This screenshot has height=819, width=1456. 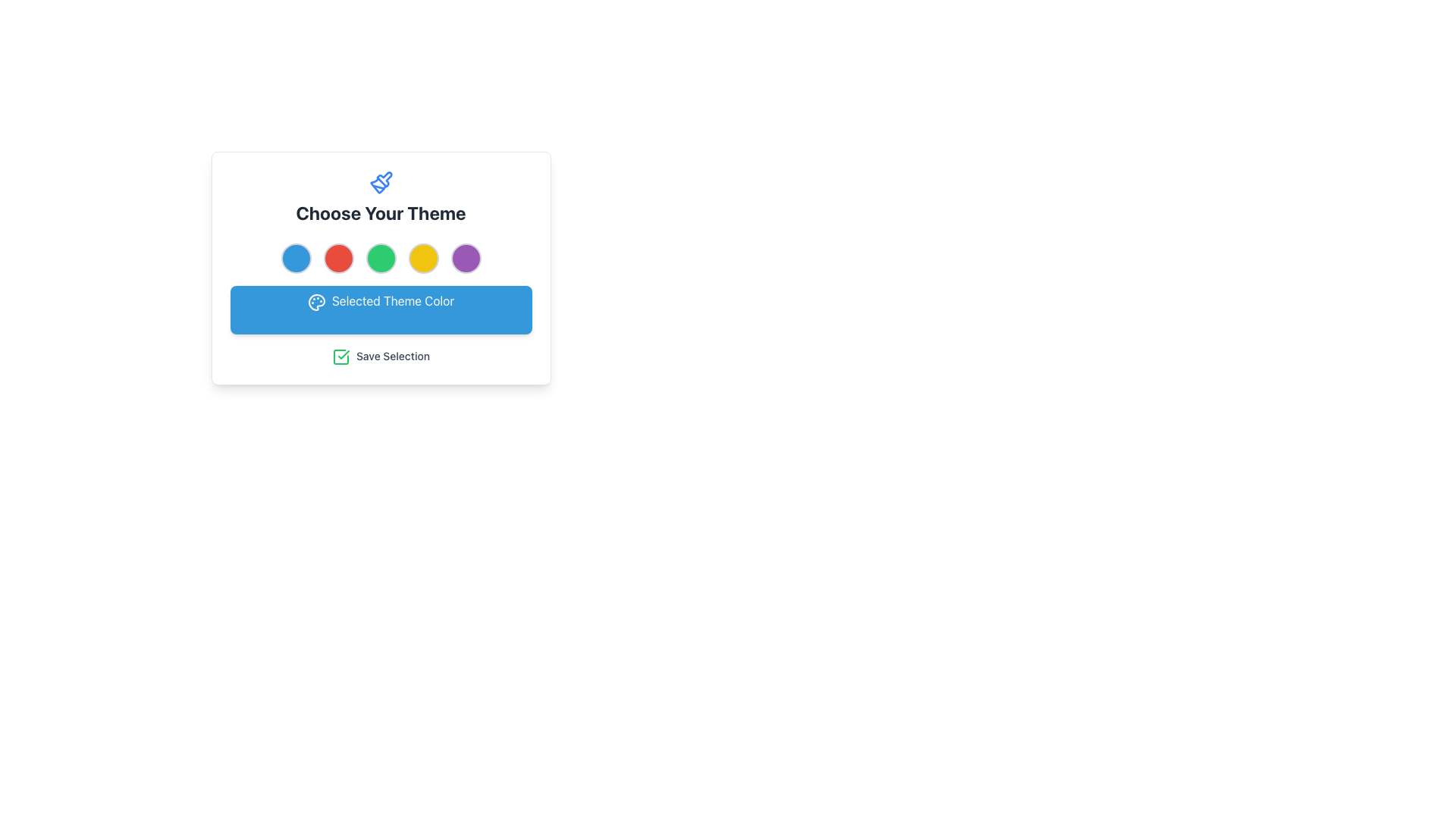 What do you see at coordinates (381, 301) in the screenshot?
I see `the Label with Icon displaying 'Selected Theme Color' which has a blue background and a palette icon, located below the theme options and above the 'Save Selection' button` at bounding box center [381, 301].